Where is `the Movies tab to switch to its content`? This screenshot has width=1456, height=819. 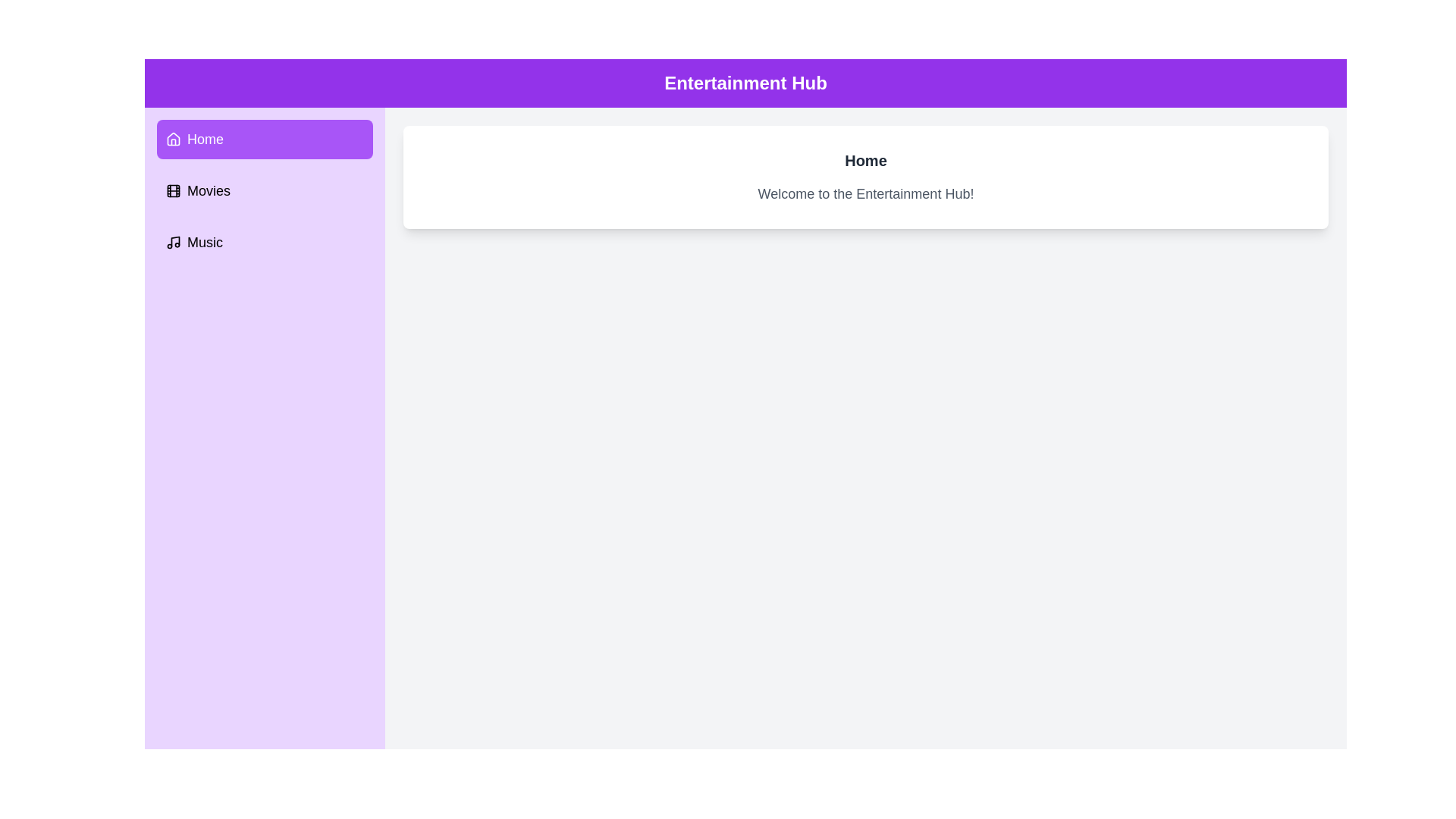
the Movies tab to switch to its content is located at coordinates (265, 190).